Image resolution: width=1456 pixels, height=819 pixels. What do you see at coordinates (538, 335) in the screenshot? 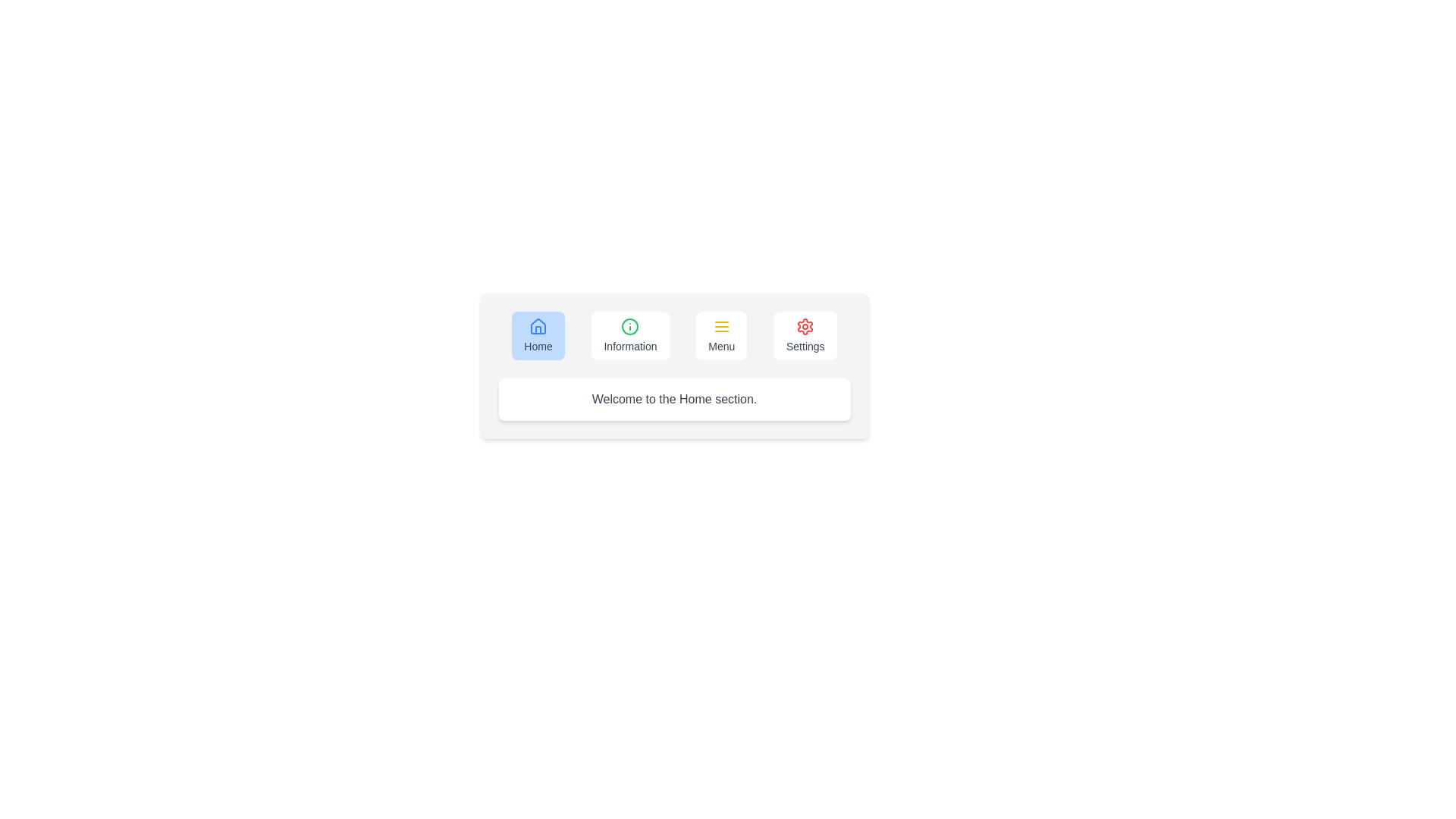
I see `the 'Home' button, which is the first button in the navigation bar with a light blue background and a house icon` at bounding box center [538, 335].